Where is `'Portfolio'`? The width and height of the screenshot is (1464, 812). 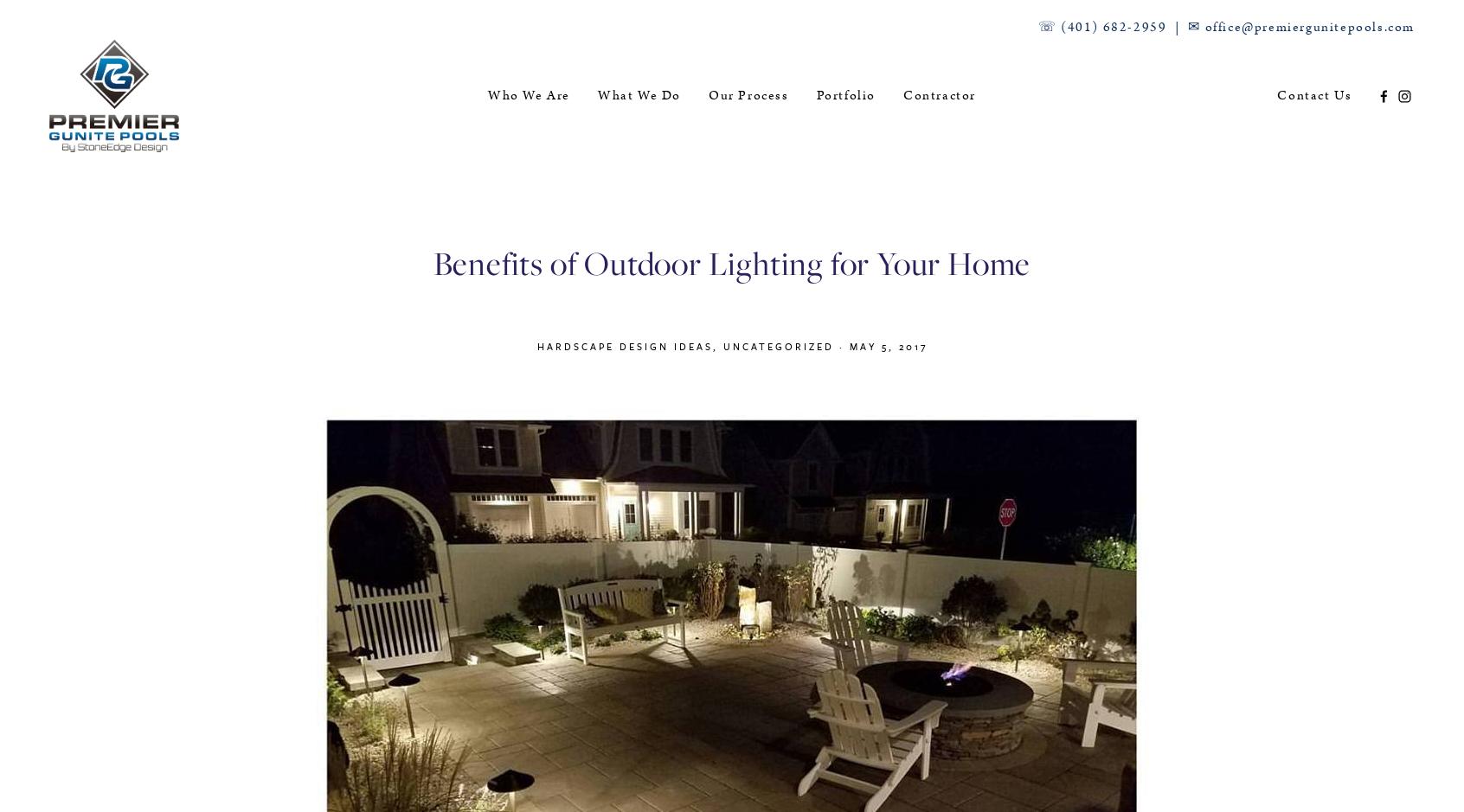
'Portfolio' is located at coordinates (845, 94).